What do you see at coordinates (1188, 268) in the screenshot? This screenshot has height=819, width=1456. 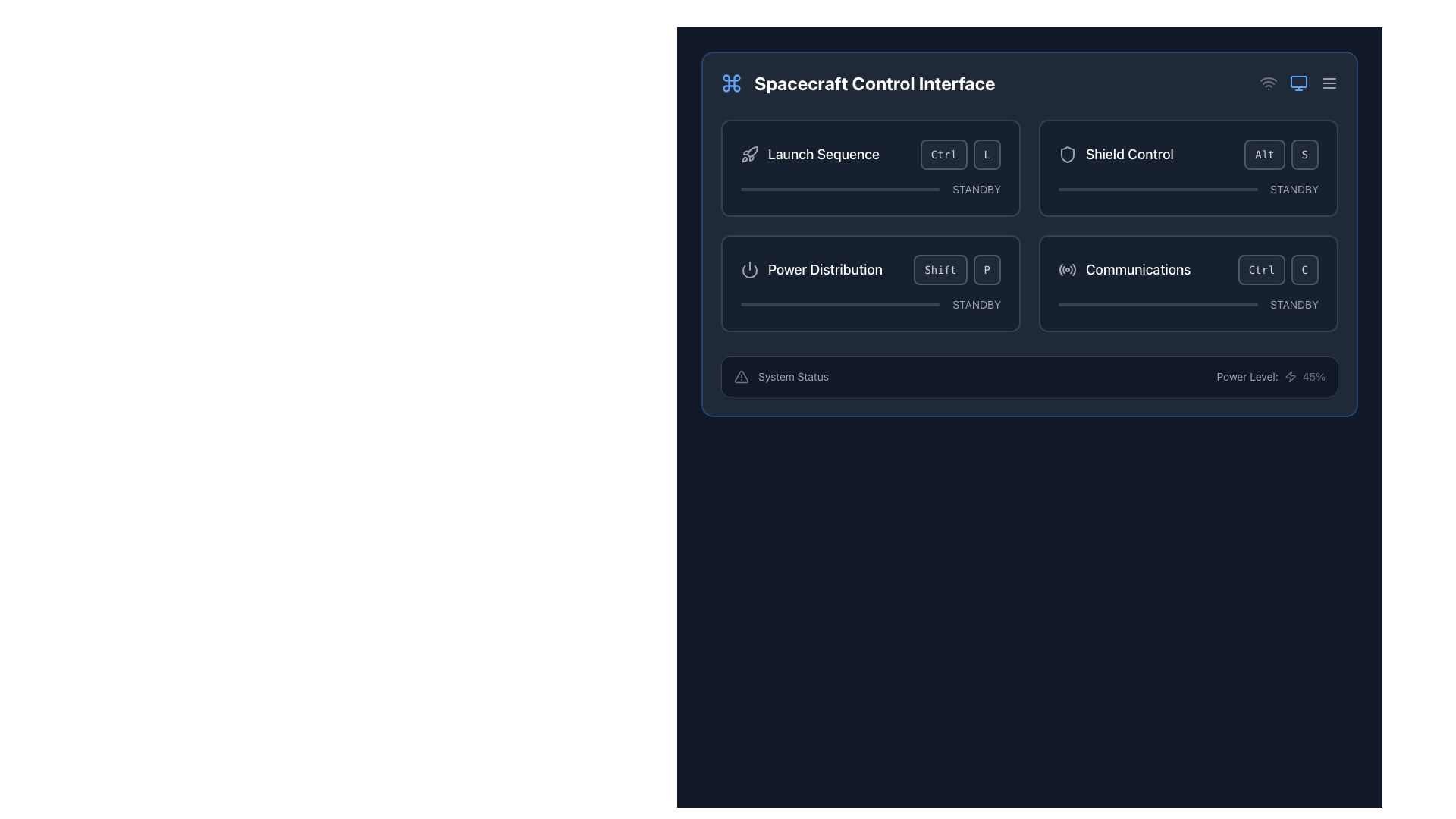 I see `the 'Communications' labeled interactive control group, which features an icon resembling signal waves, text, and buttons for 'Ctrl' and 'C.'` at bounding box center [1188, 268].